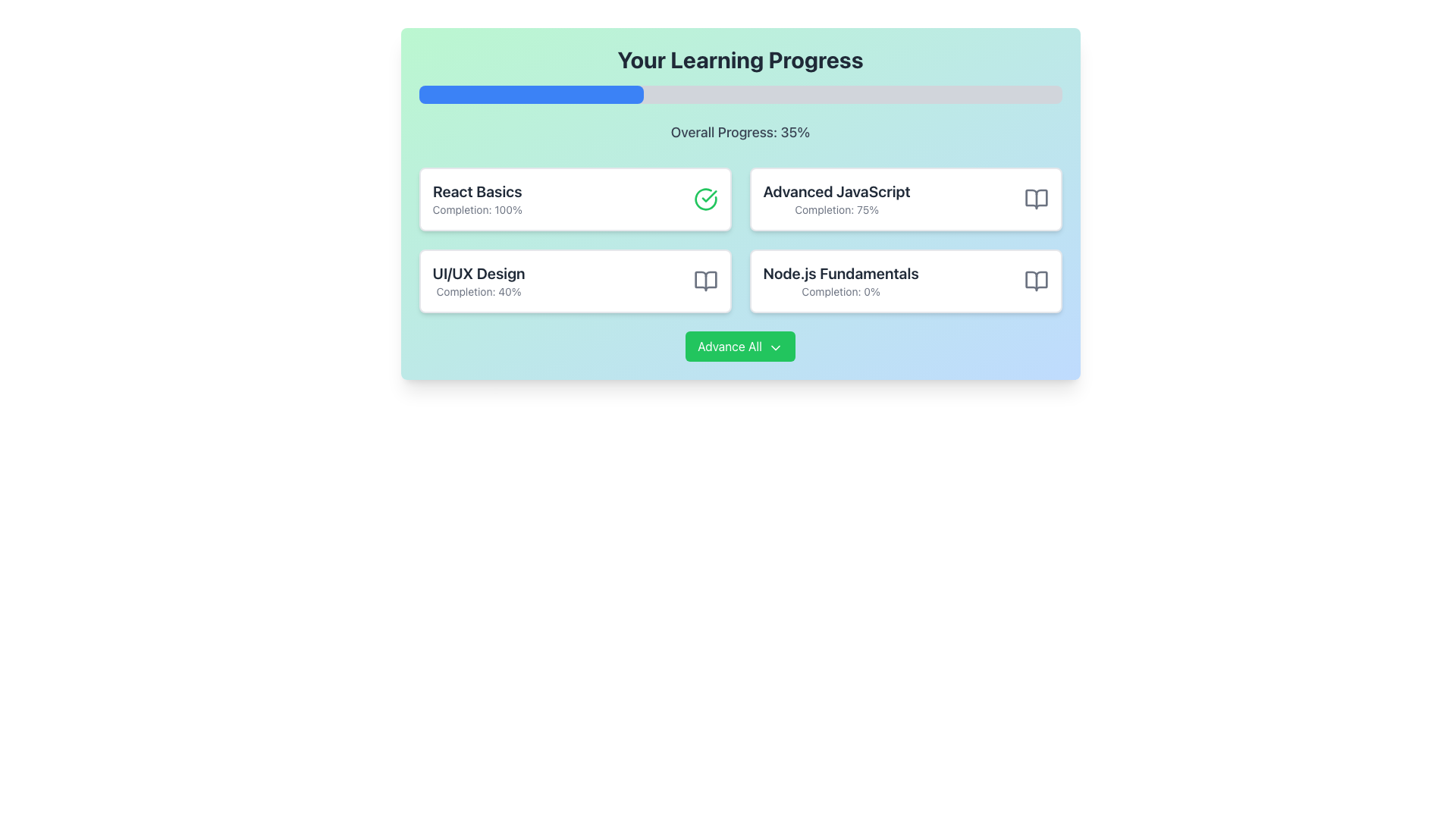 This screenshot has height=819, width=1456. What do you see at coordinates (905, 198) in the screenshot?
I see `the 'Advanced JavaScript' Informational Card, which is the second card in the grid layout of learning modules` at bounding box center [905, 198].